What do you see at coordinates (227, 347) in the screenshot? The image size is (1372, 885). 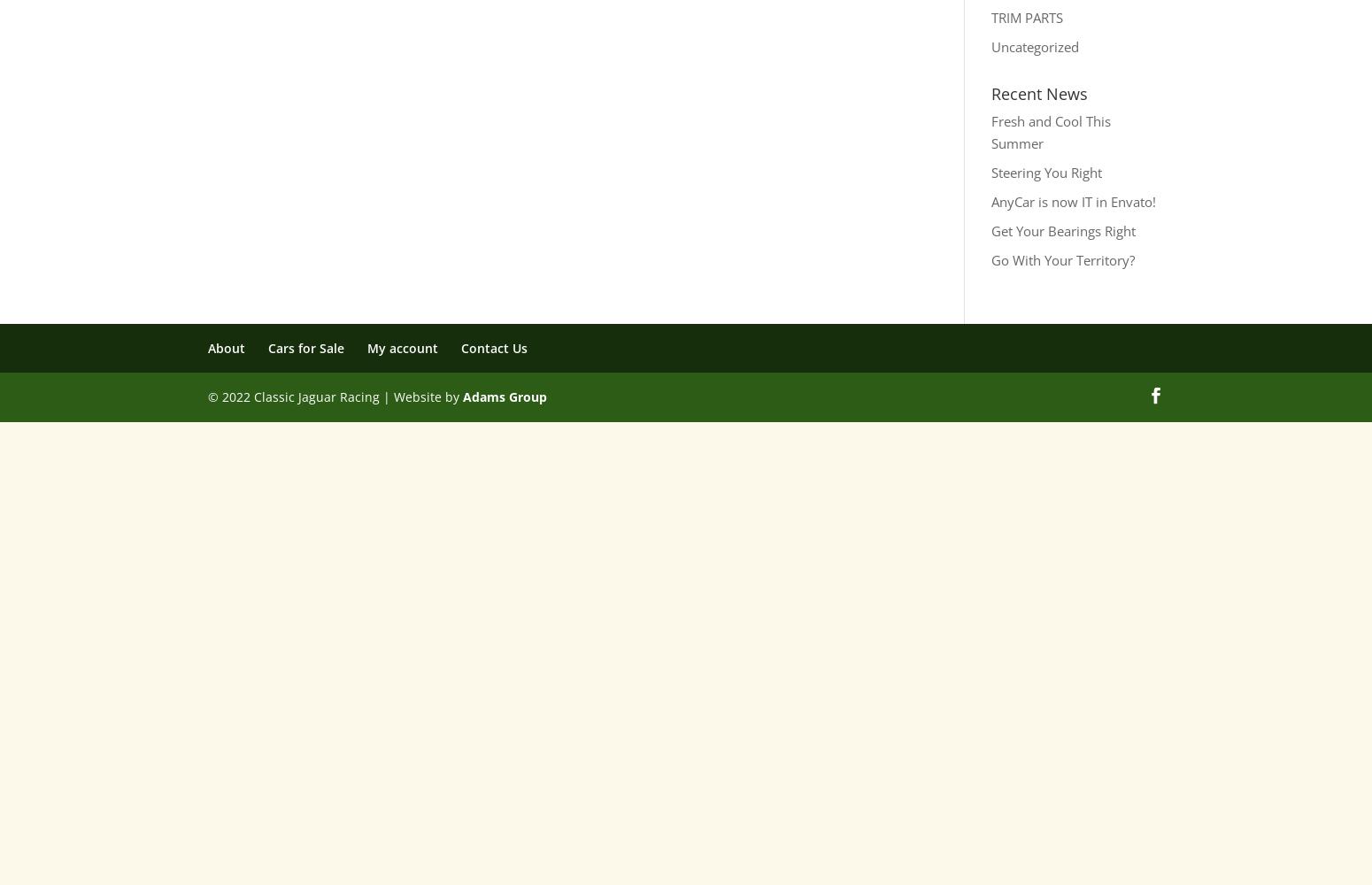 I see `'About'` at bounding box center [227, 347].